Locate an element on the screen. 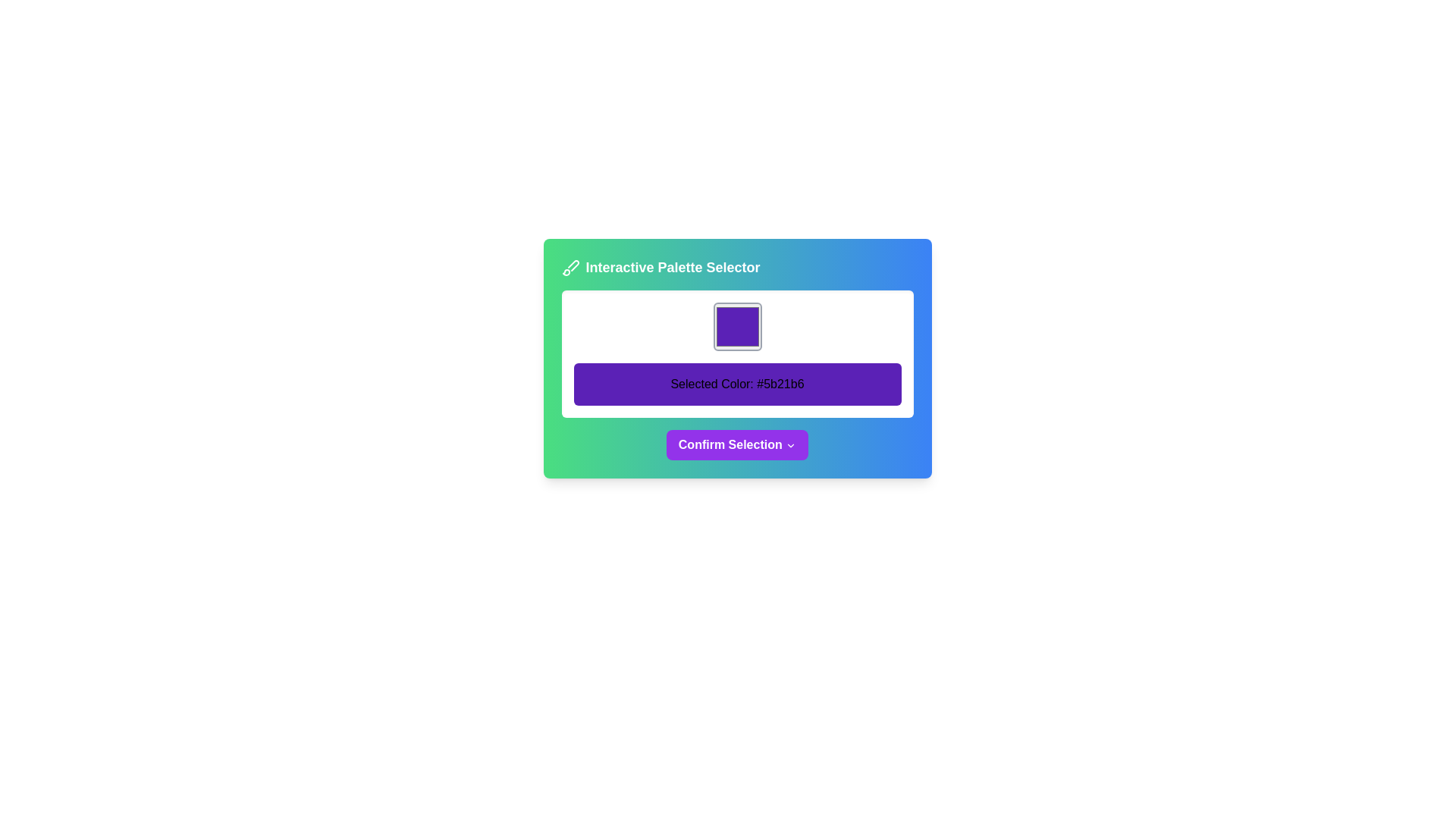  the purple rectangular text label displaying 'Selected Color: #5b21b6', which is centered within a larger white rectangle is located at coordinates (737, 383).